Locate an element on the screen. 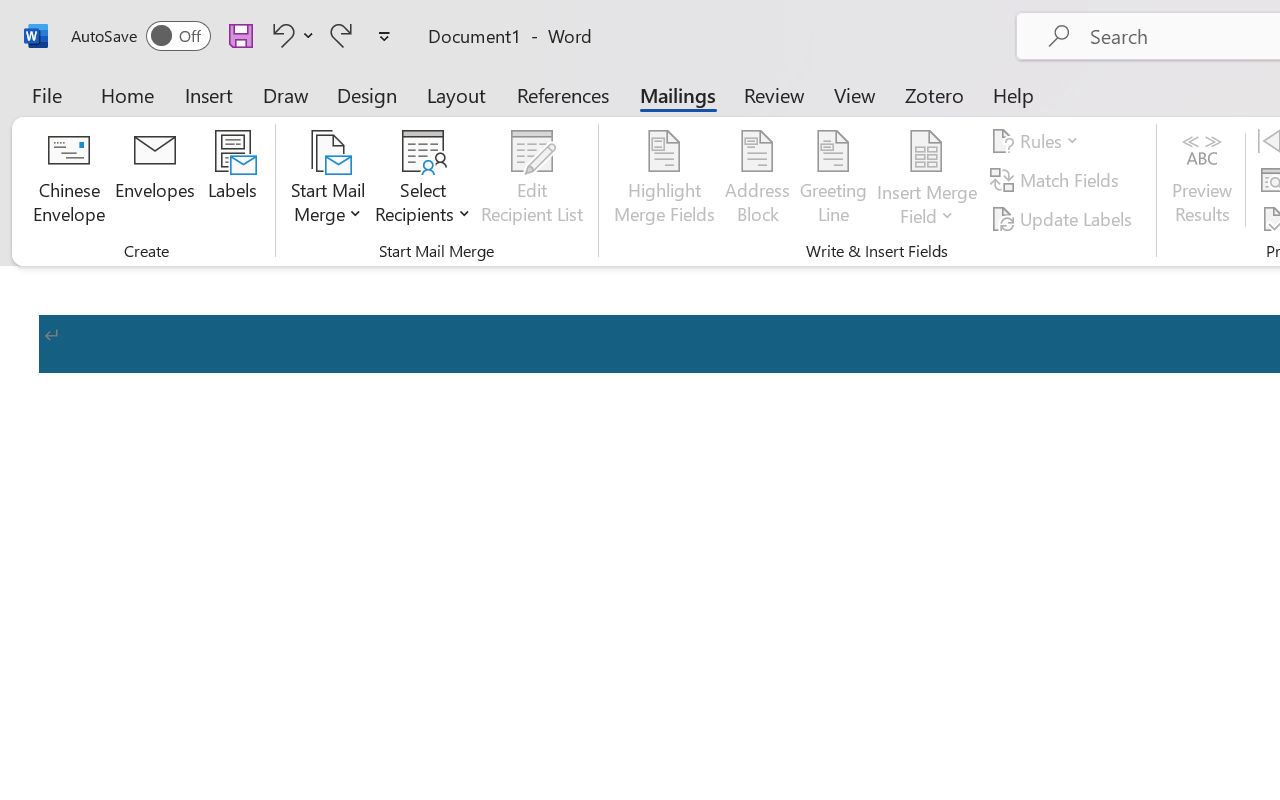 This screenshot has width=1280, height=800. 'Update Labels' is located at coordinates (1063, 218).